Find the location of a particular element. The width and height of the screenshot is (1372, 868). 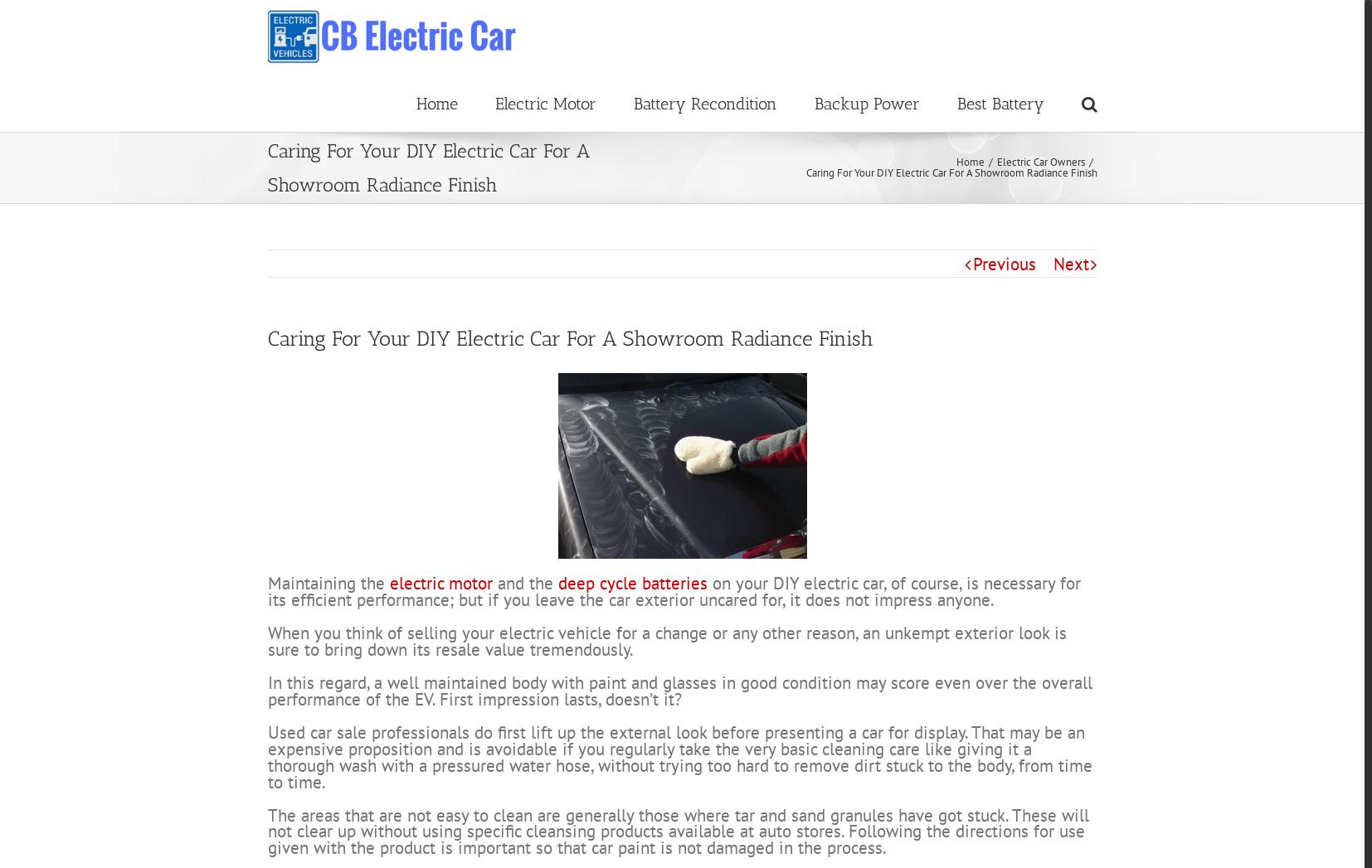

'Next' is located at coordinates (1070, 324).